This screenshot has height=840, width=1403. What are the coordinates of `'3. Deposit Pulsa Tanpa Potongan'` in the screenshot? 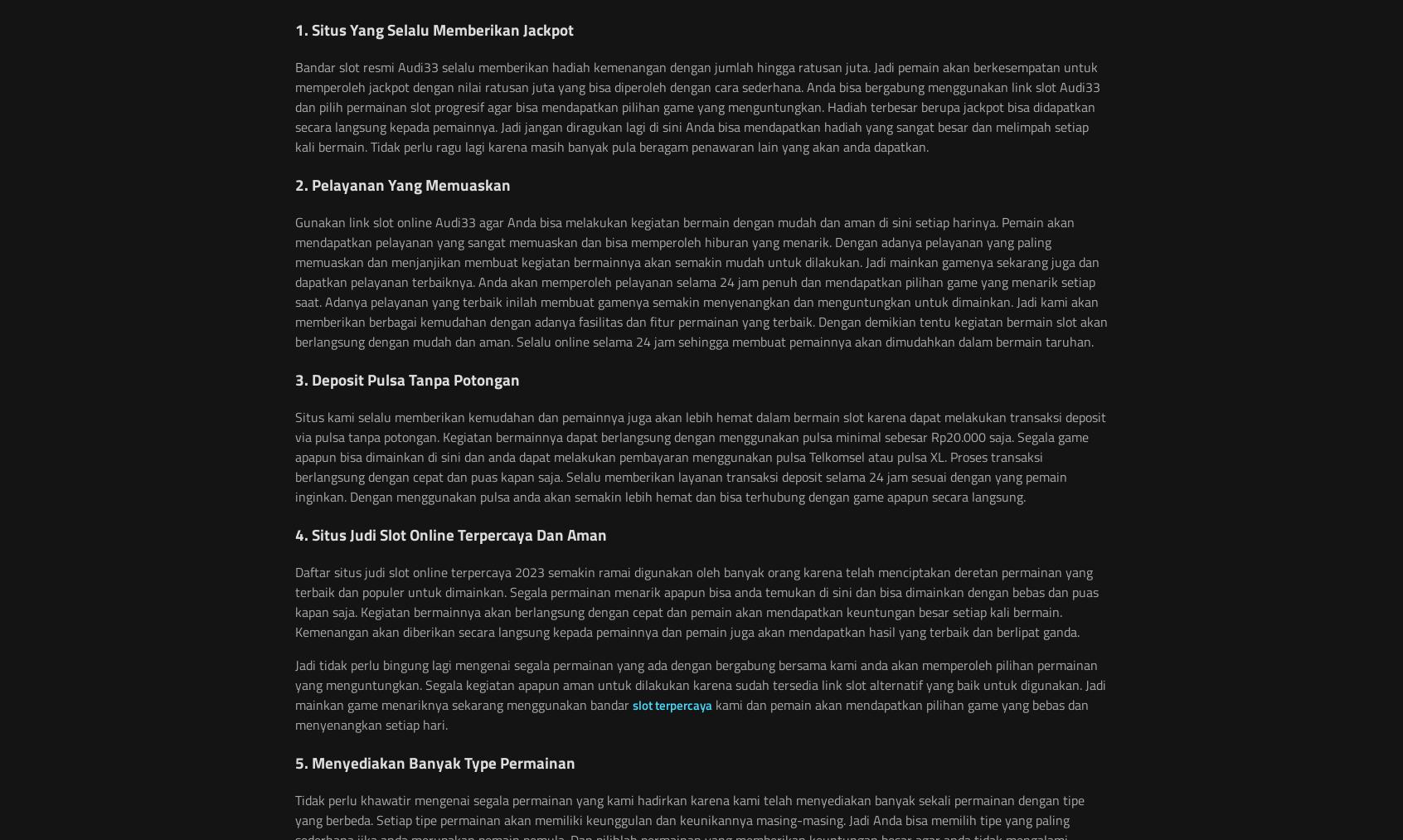 It's located at (406, 378).